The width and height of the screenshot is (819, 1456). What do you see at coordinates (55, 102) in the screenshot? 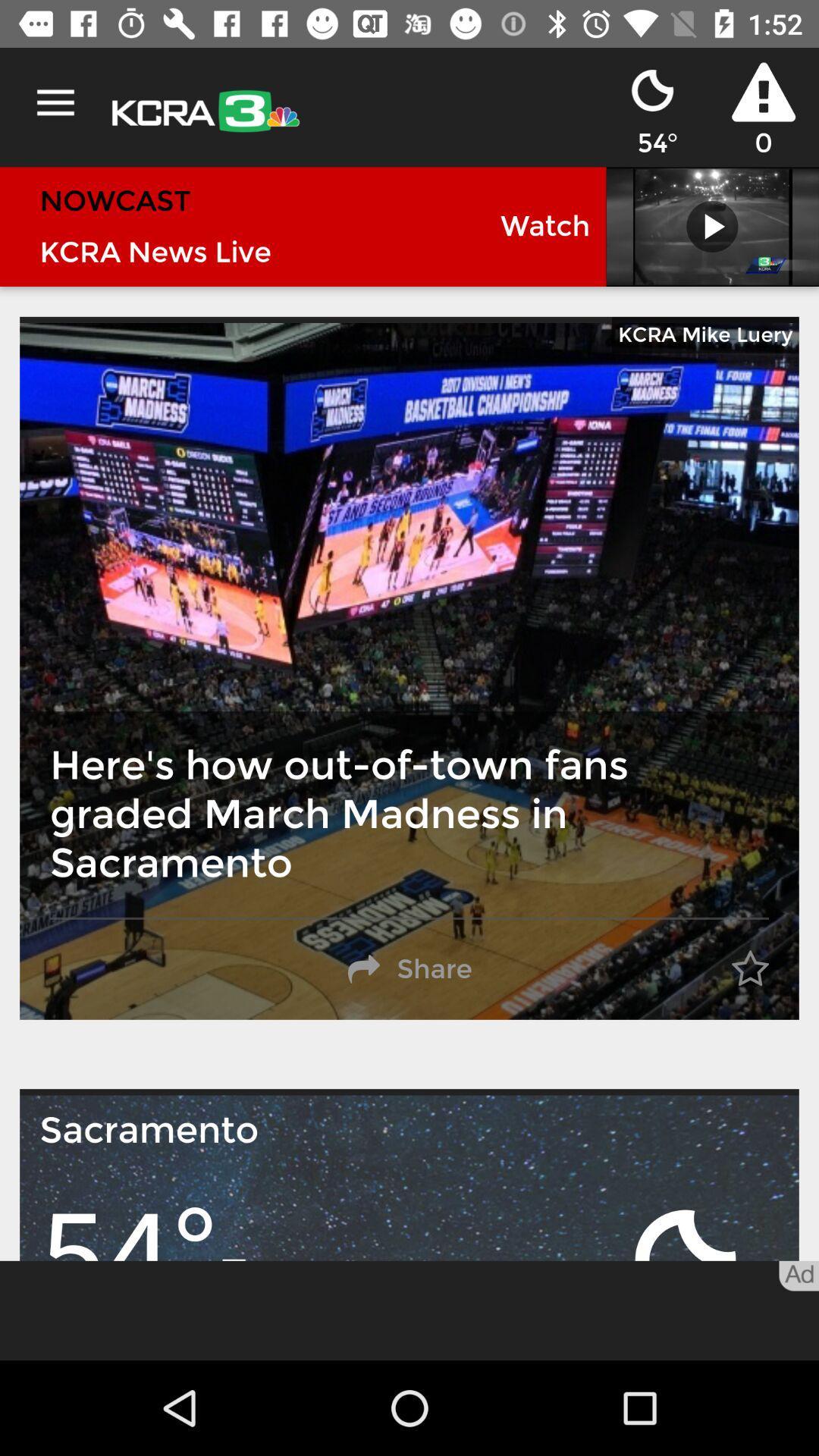
I see `icon above nowcast icon` at bounding box center [55, 102].